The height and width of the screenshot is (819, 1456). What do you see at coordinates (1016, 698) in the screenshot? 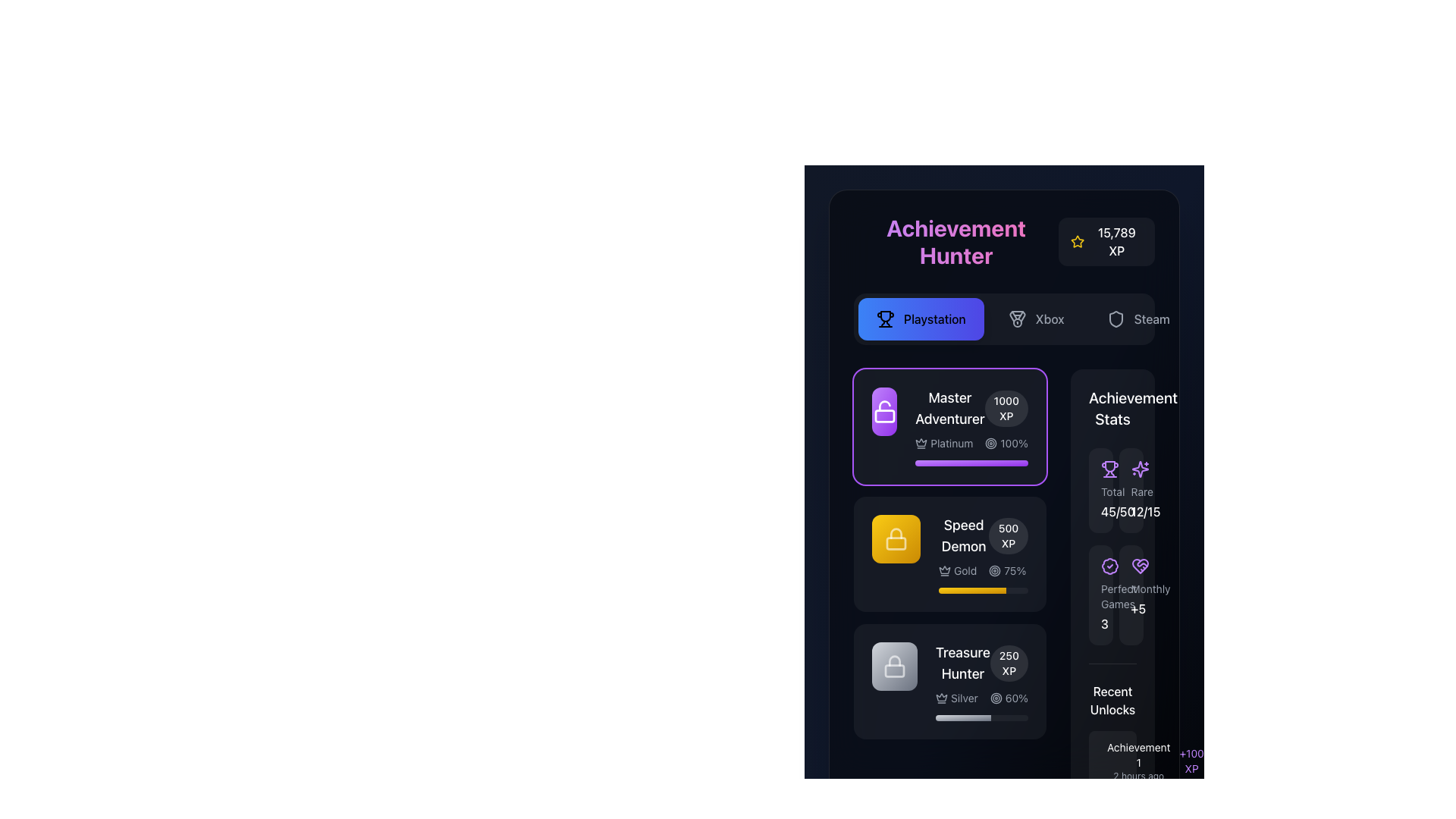
I see `the text displaying '60%' located at the bottom-right corner of the 'Treasure Hunter' card, which is part of a dark-themed UI` at bounding box center [1016, 698].